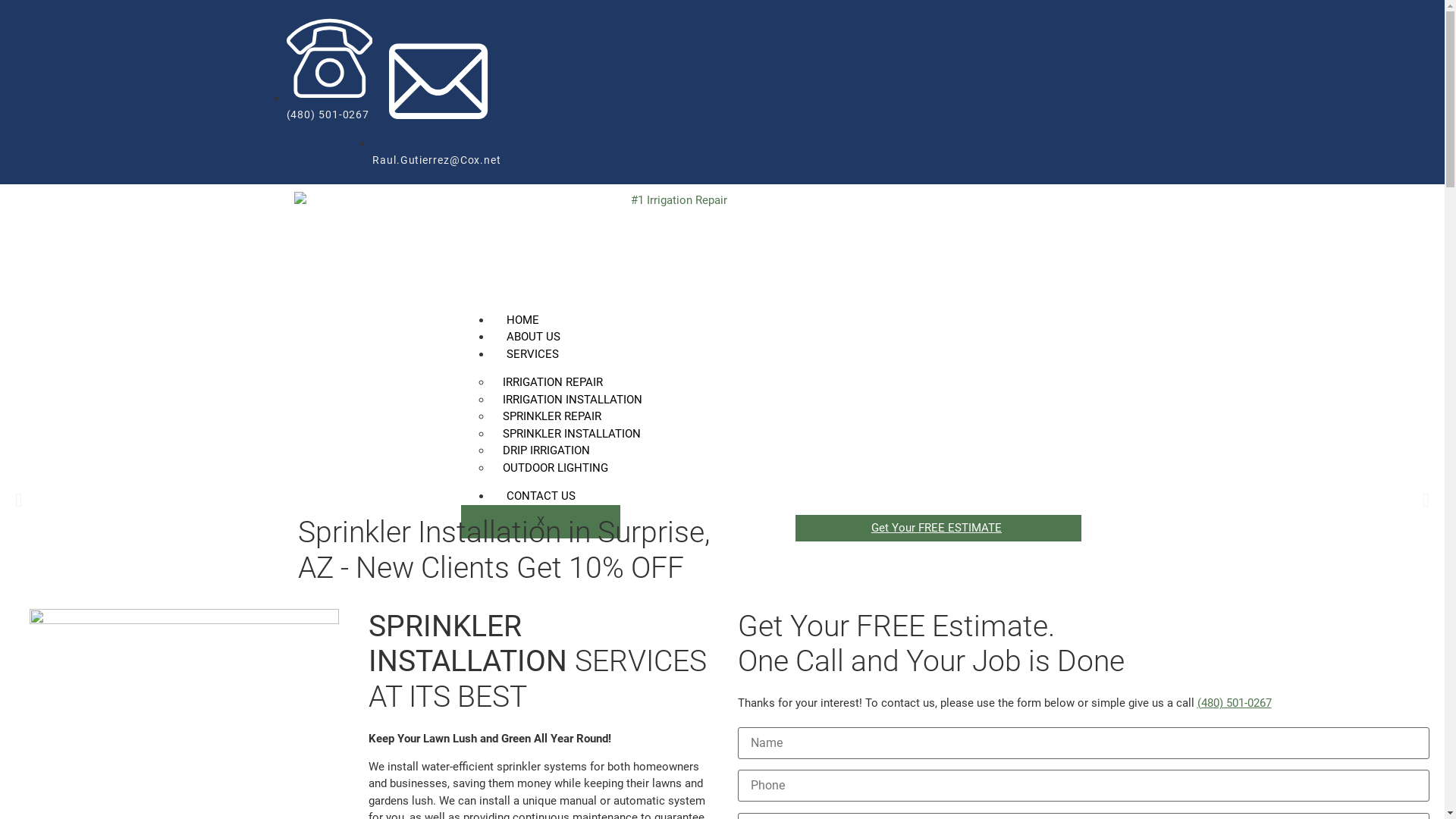  What do you see at coordinates (541, 520) in the screenshot?
I see `'X'` at bounding box center [541, 520].